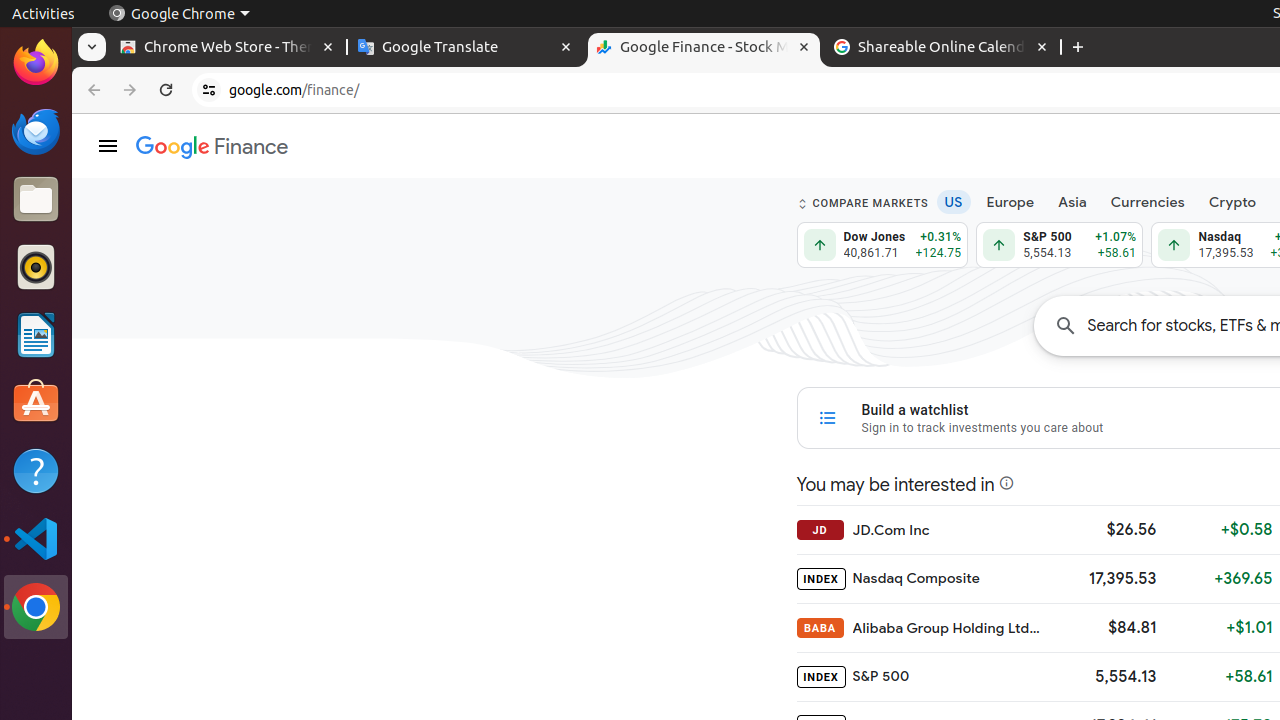  Describe the element at coordinates (881, 244) in the screenshot. I see `'Dow Jones 40,861.71 Up by 0.31% +124.75'` at that location.